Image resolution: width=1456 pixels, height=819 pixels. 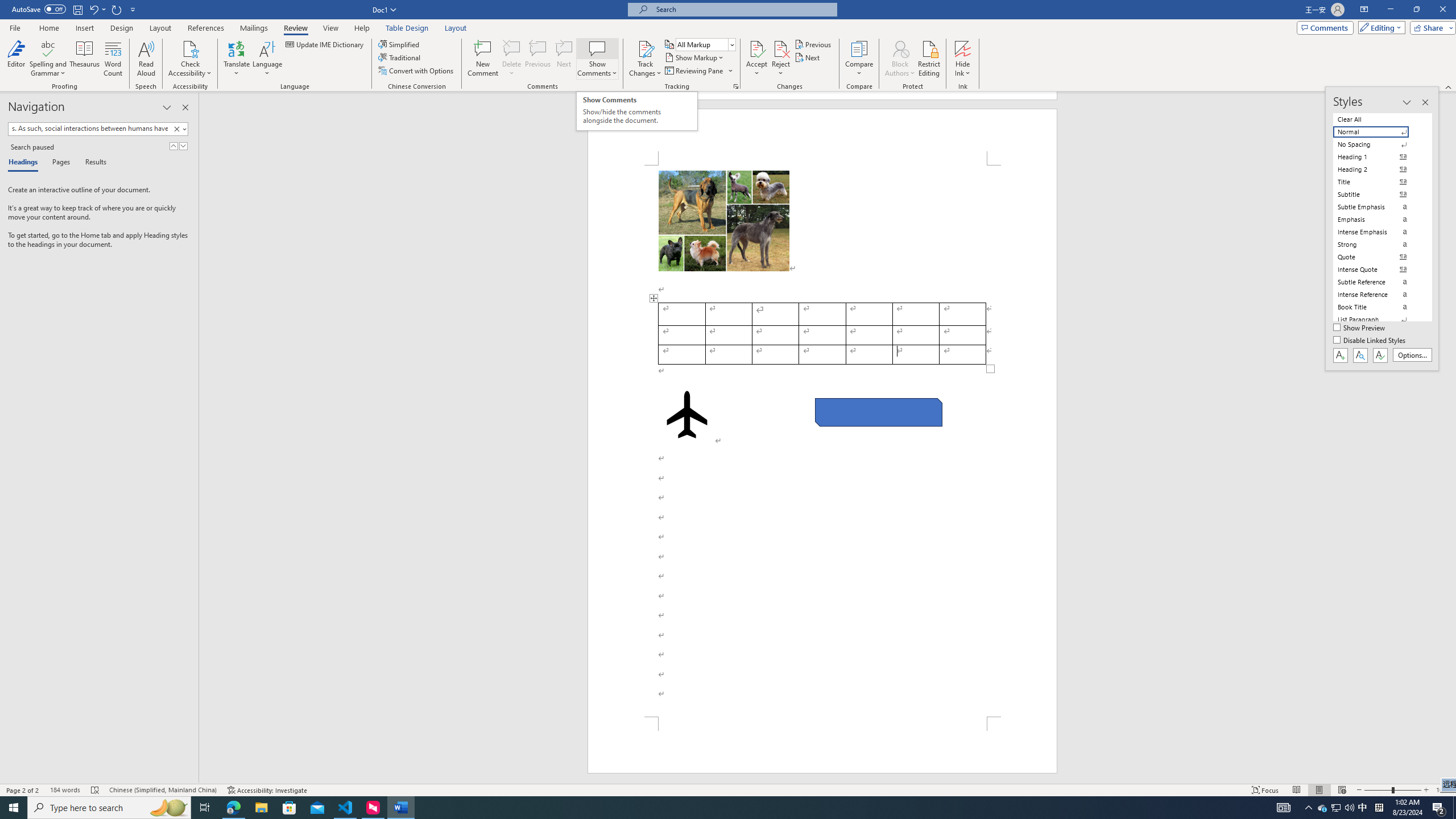 What do you see at coordinates (417, 69) in the screenshot?
I see `'Convert with Options...'` at bounding box center [417, 69].